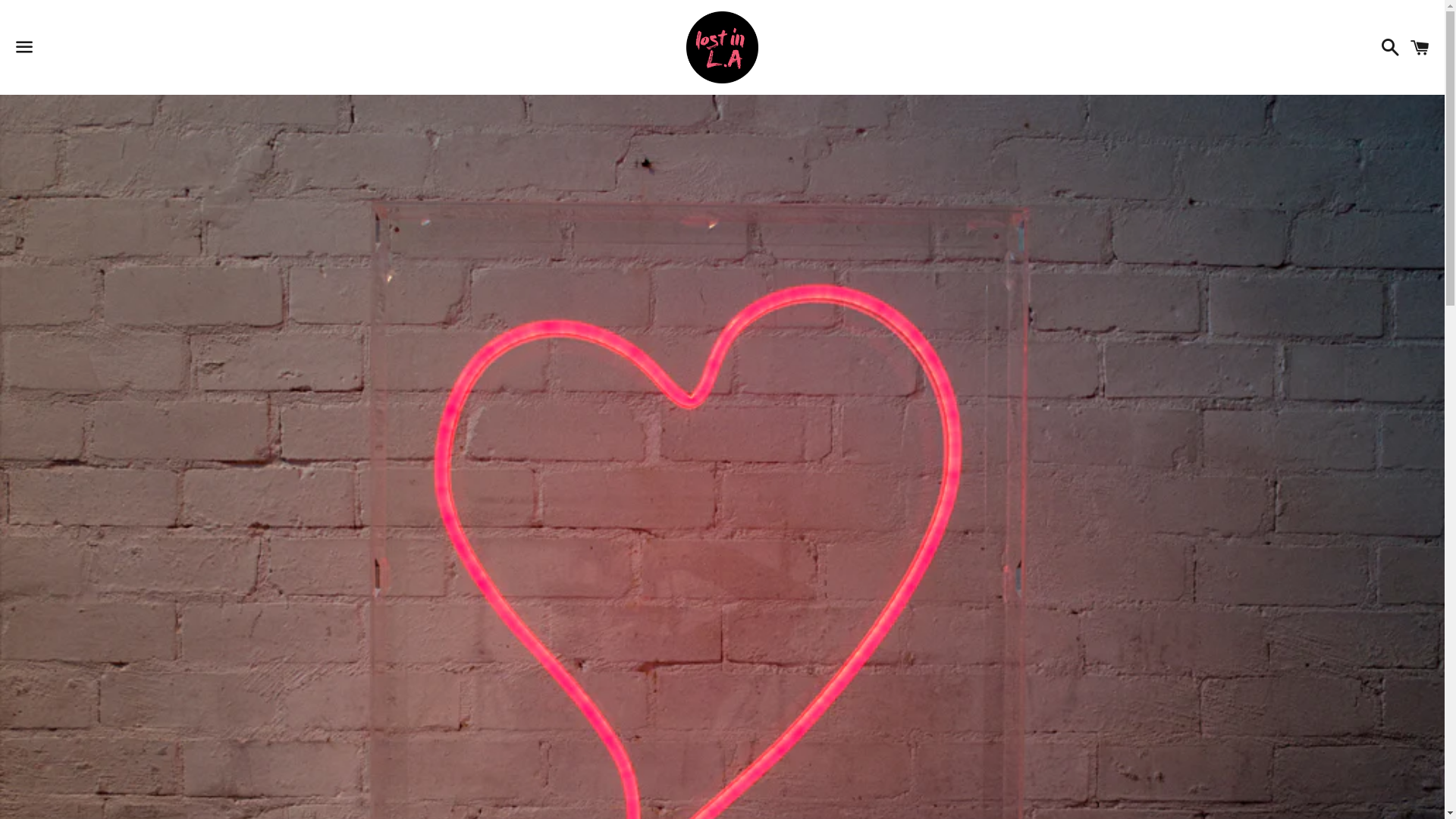 Image resolution: width=1456 pixels, height=819 pixels. I want to click on 'Menu', so click(24, 46).